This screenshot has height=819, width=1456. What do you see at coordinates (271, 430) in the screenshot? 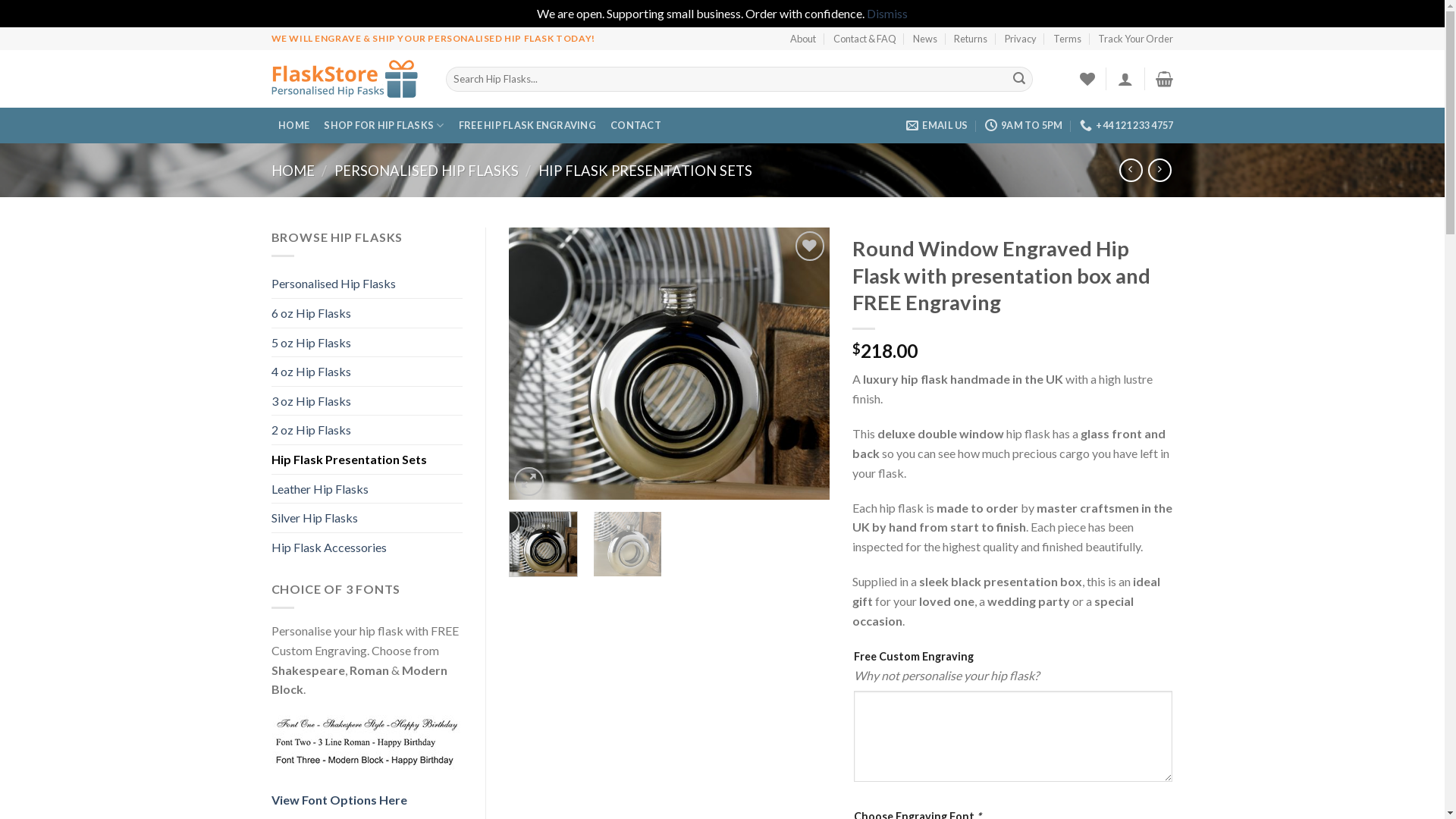
I see `'2 oz Hip Flasks'` at bounding box center [271, 430].